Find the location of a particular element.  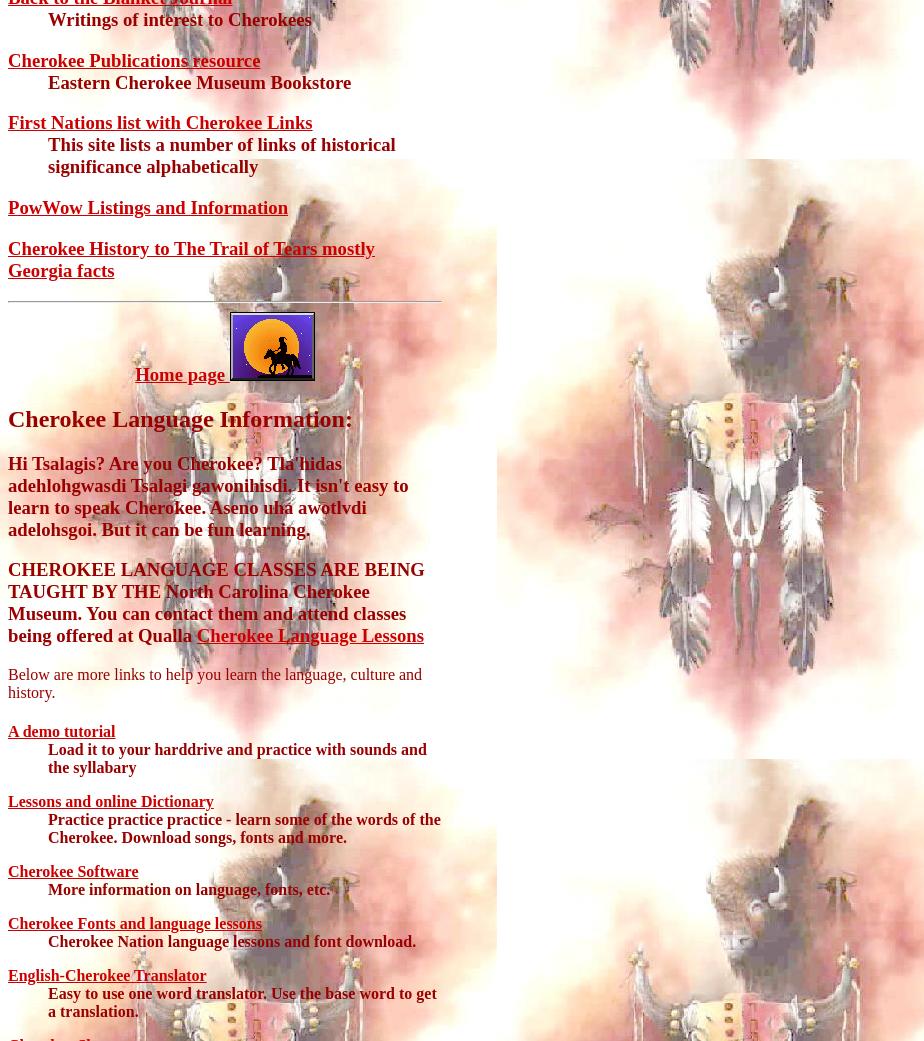

'Cherokee Publications resource' is located at coordinates (8, 58).